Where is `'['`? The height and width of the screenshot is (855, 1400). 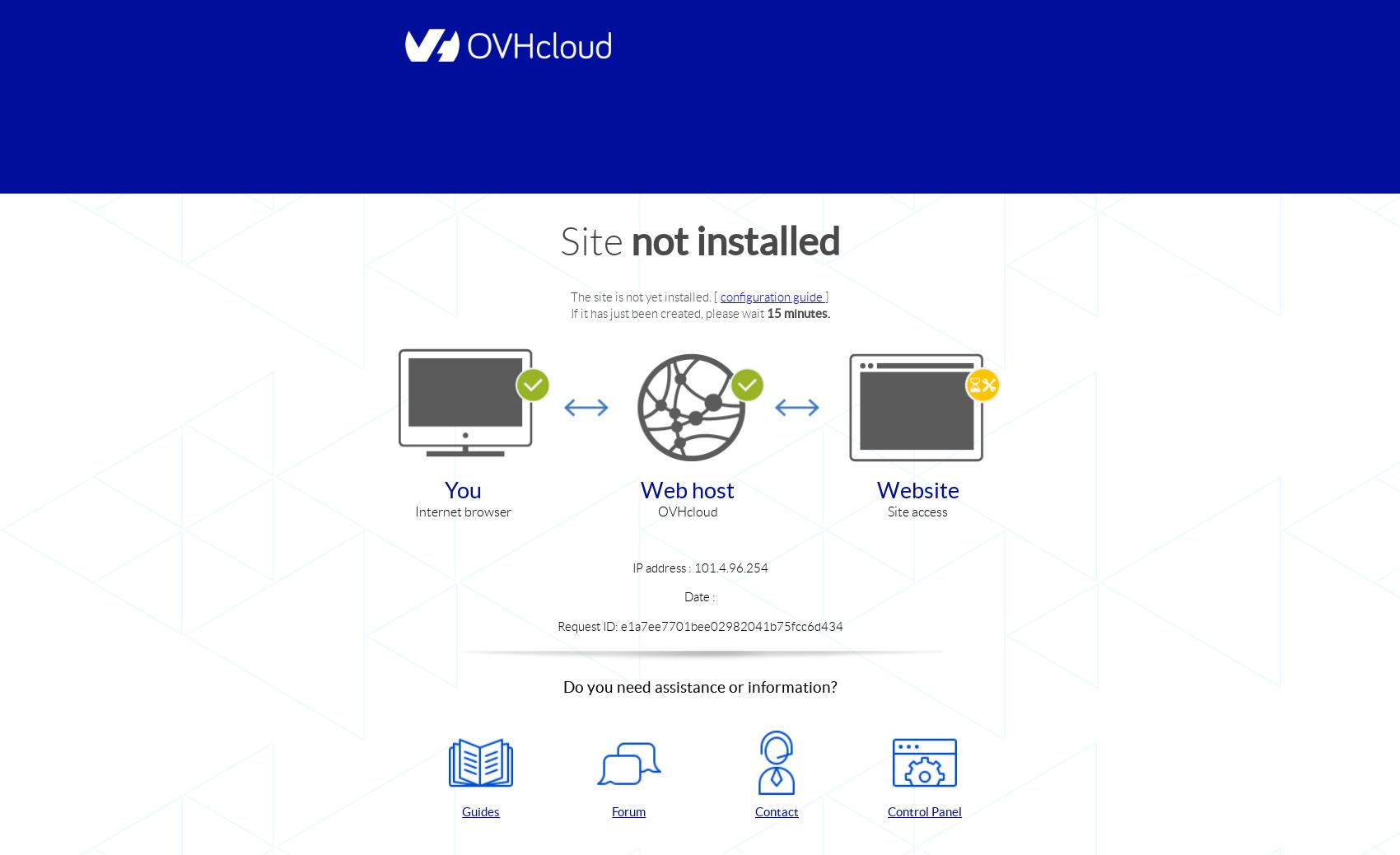 '[' is located at coordinates (716, 297).